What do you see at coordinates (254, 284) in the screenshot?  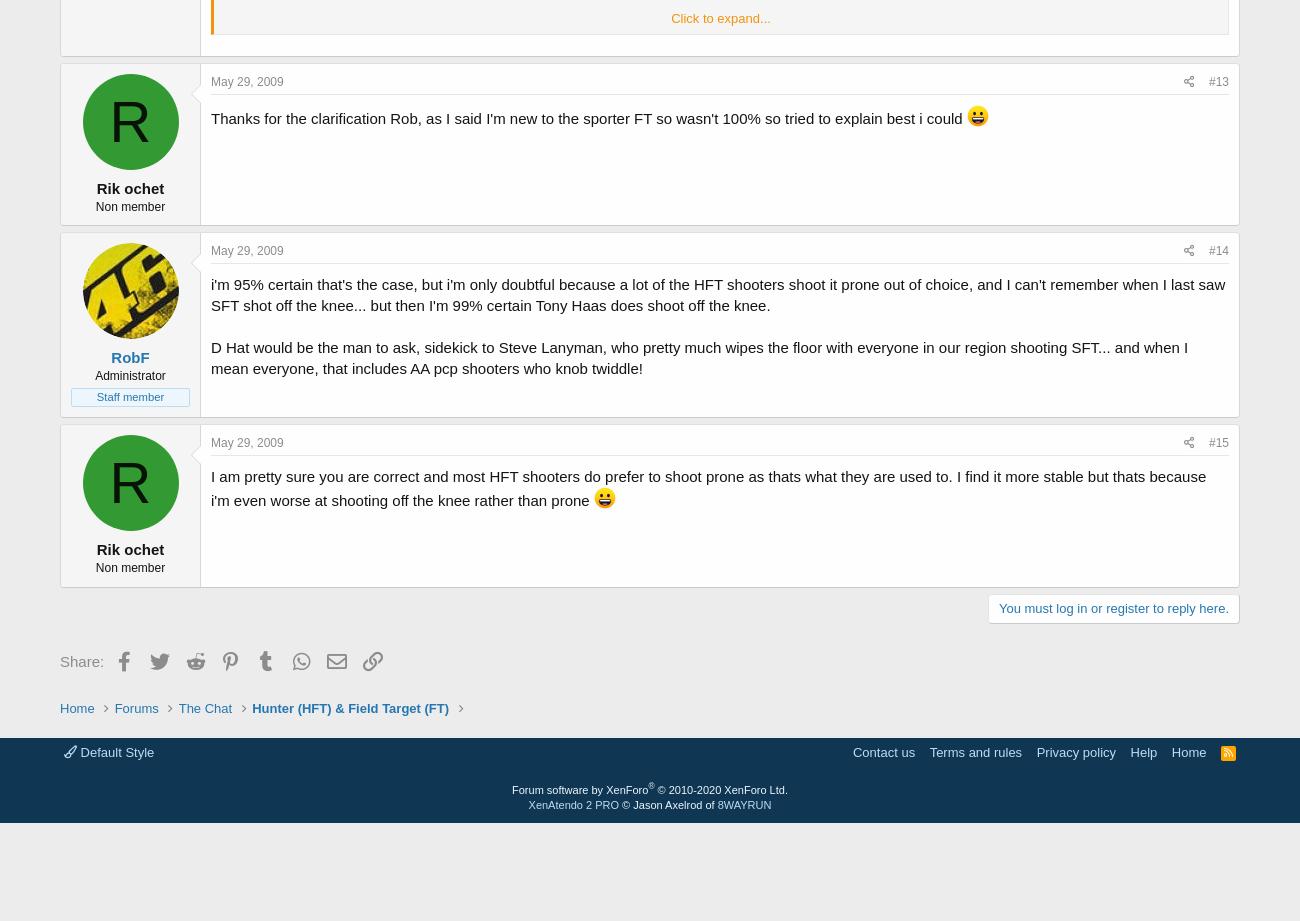 I see `'GENERAL'` at bounding box center [254, 284].